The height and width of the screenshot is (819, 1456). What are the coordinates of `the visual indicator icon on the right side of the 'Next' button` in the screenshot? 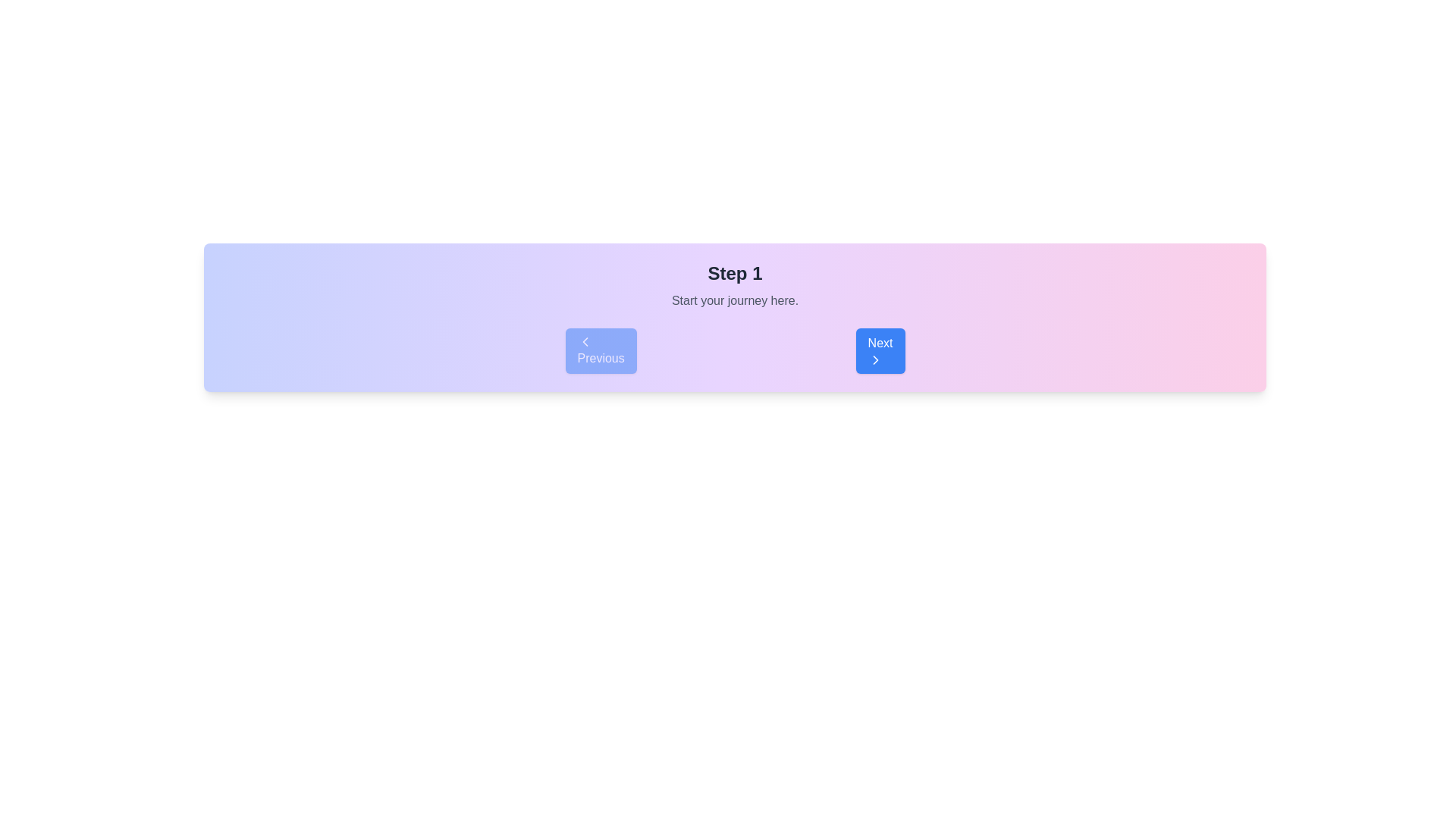 It's located at (875, 359).